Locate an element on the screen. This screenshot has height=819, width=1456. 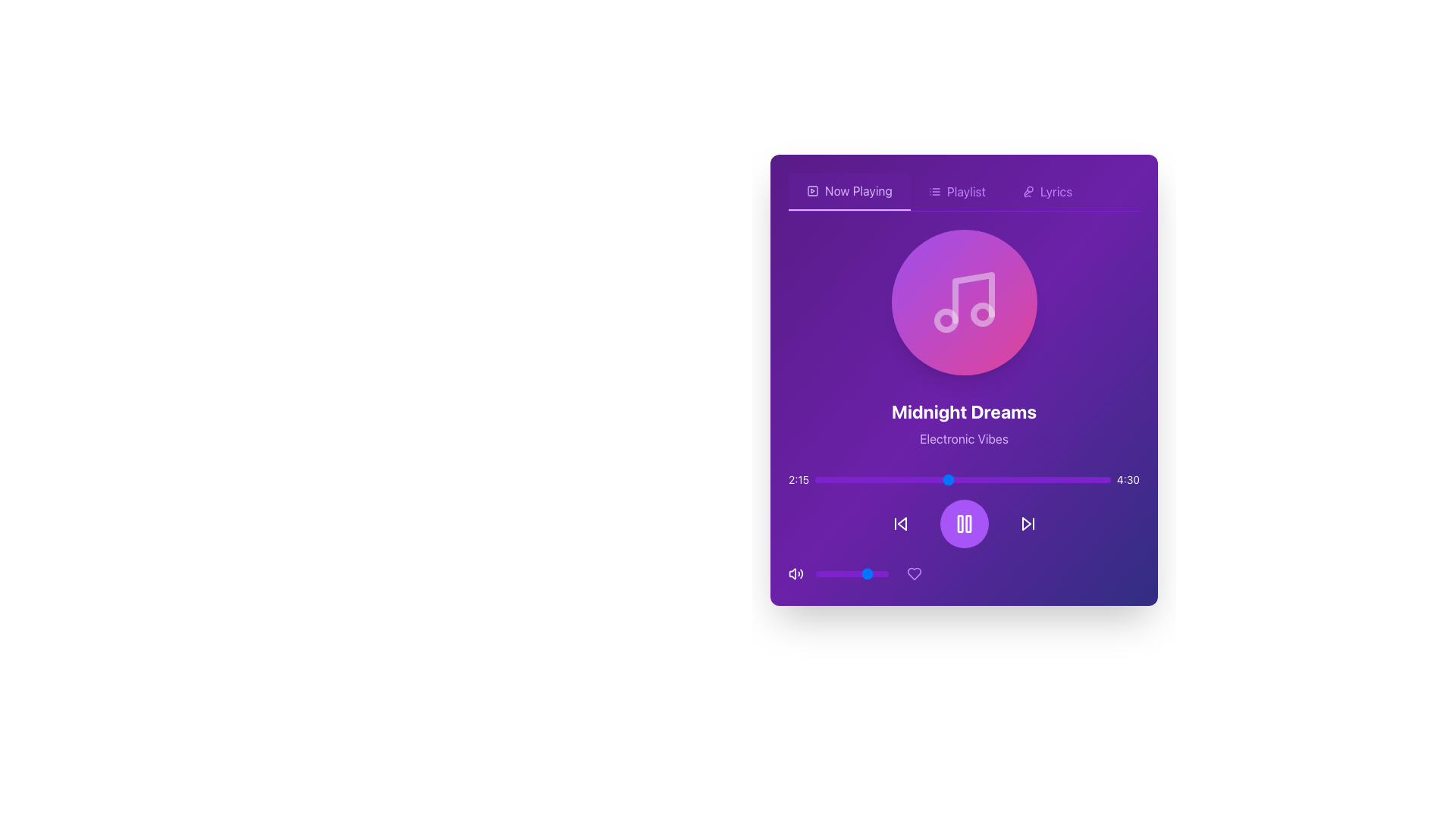
the heart icon located in the bottom section of the music player interface is located at coordinates (913, 573).